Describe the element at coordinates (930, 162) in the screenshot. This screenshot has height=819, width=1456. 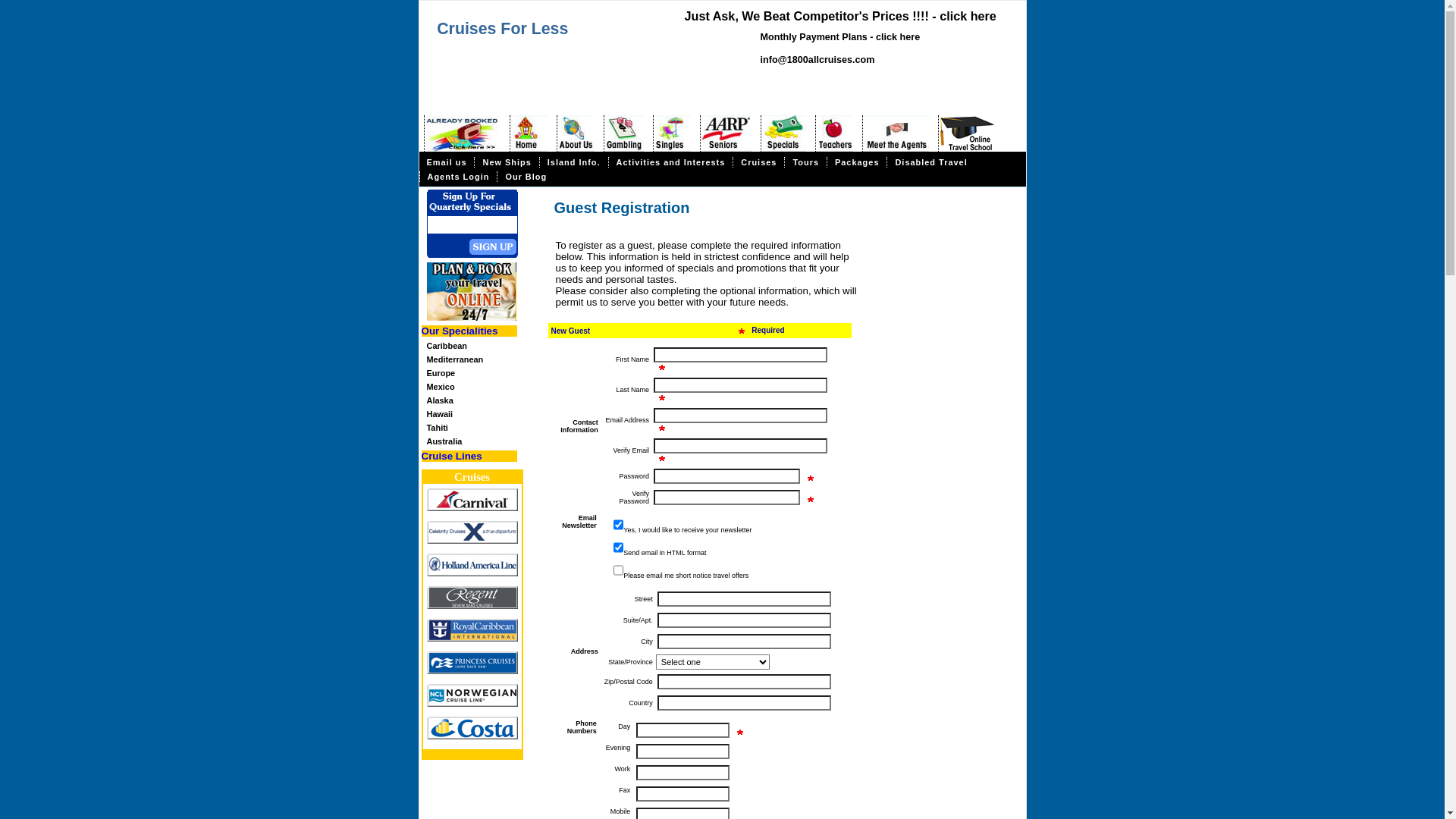
I see `'Disabled Travel'` at that location.